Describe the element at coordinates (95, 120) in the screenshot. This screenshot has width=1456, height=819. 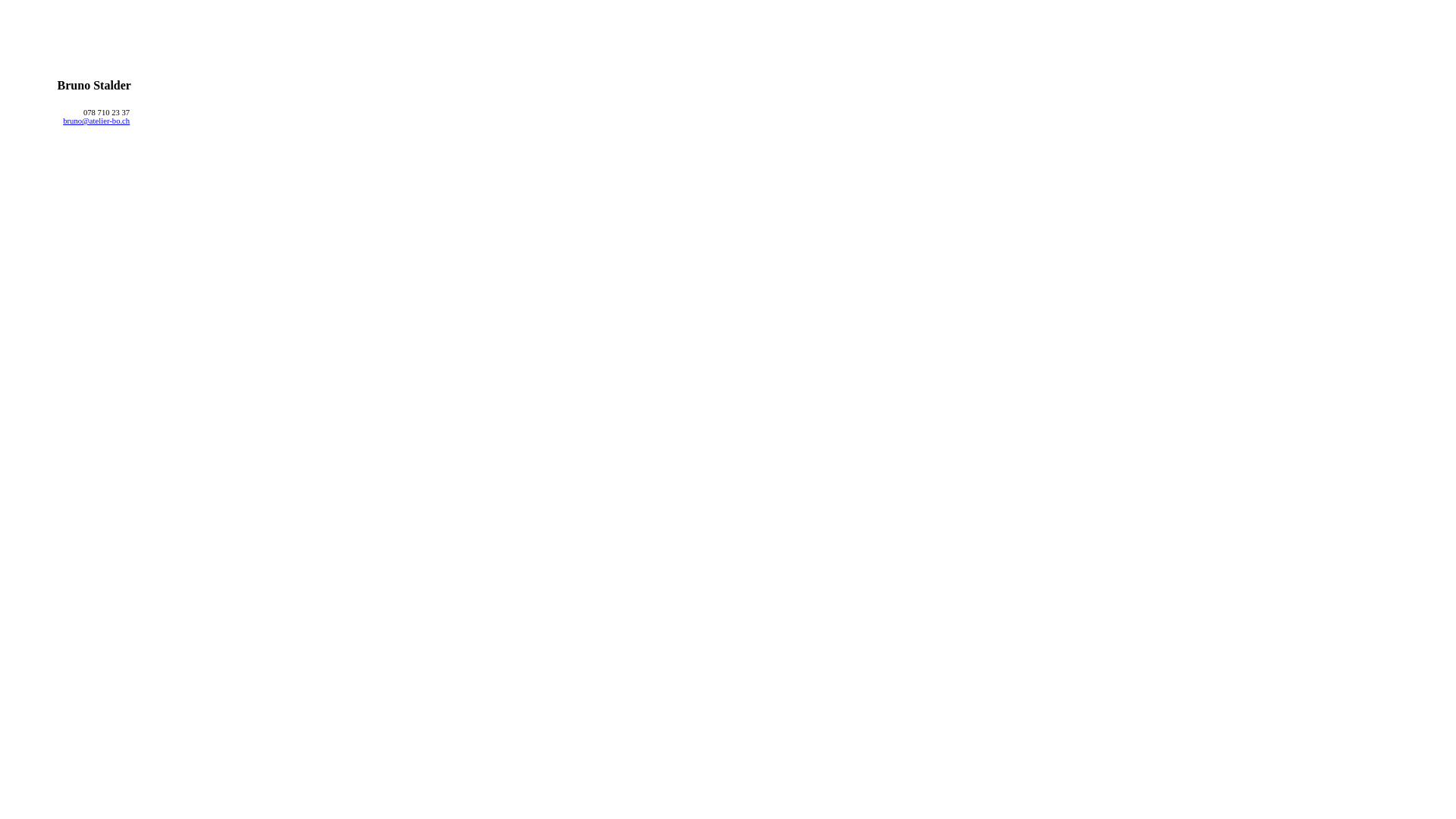
I see `'bruno@atelier-bo.ch'` at that location.